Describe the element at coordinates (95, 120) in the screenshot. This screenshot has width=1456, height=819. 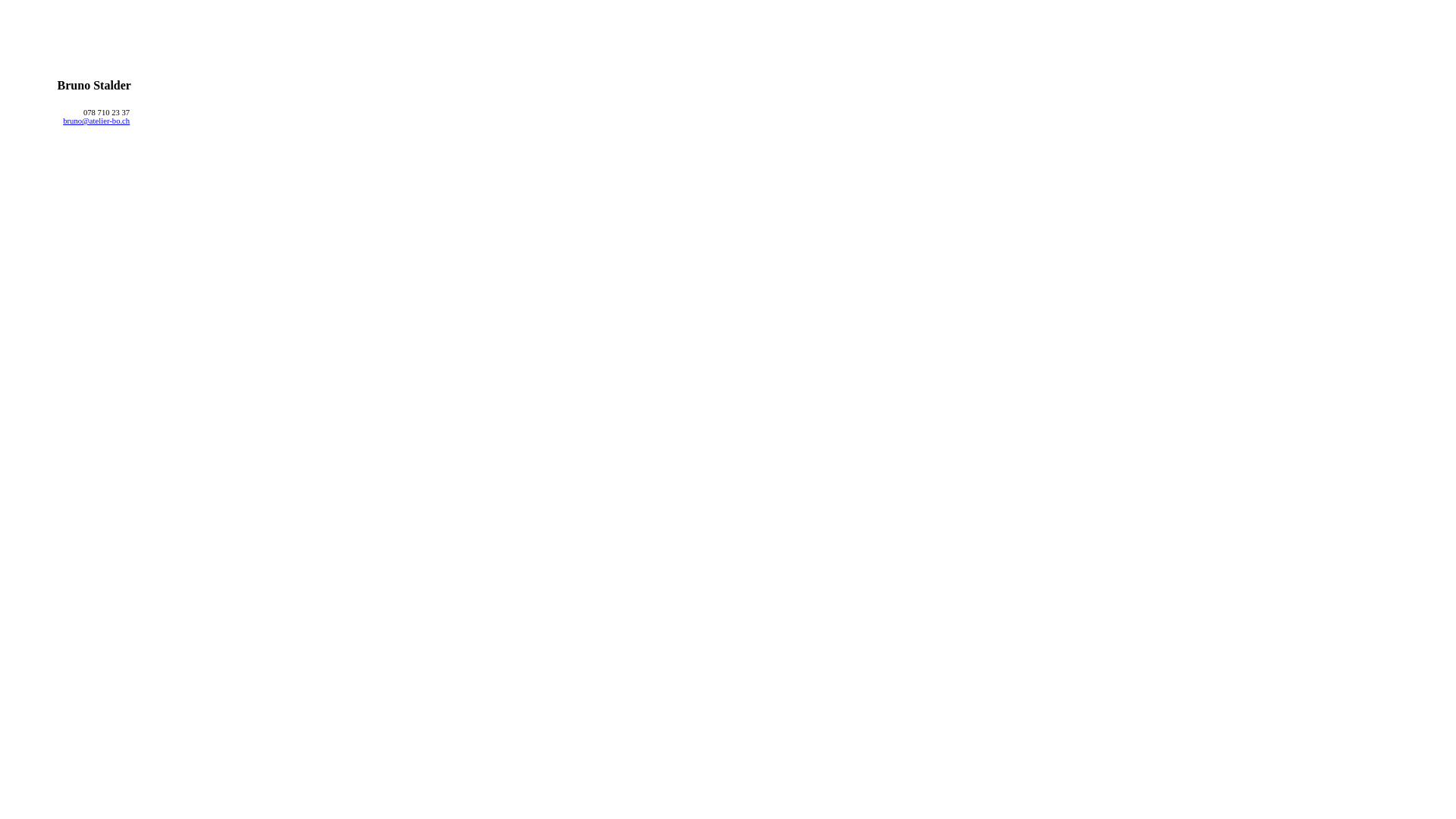
I see `'bruno@atelier-bo.ch'` at that location.